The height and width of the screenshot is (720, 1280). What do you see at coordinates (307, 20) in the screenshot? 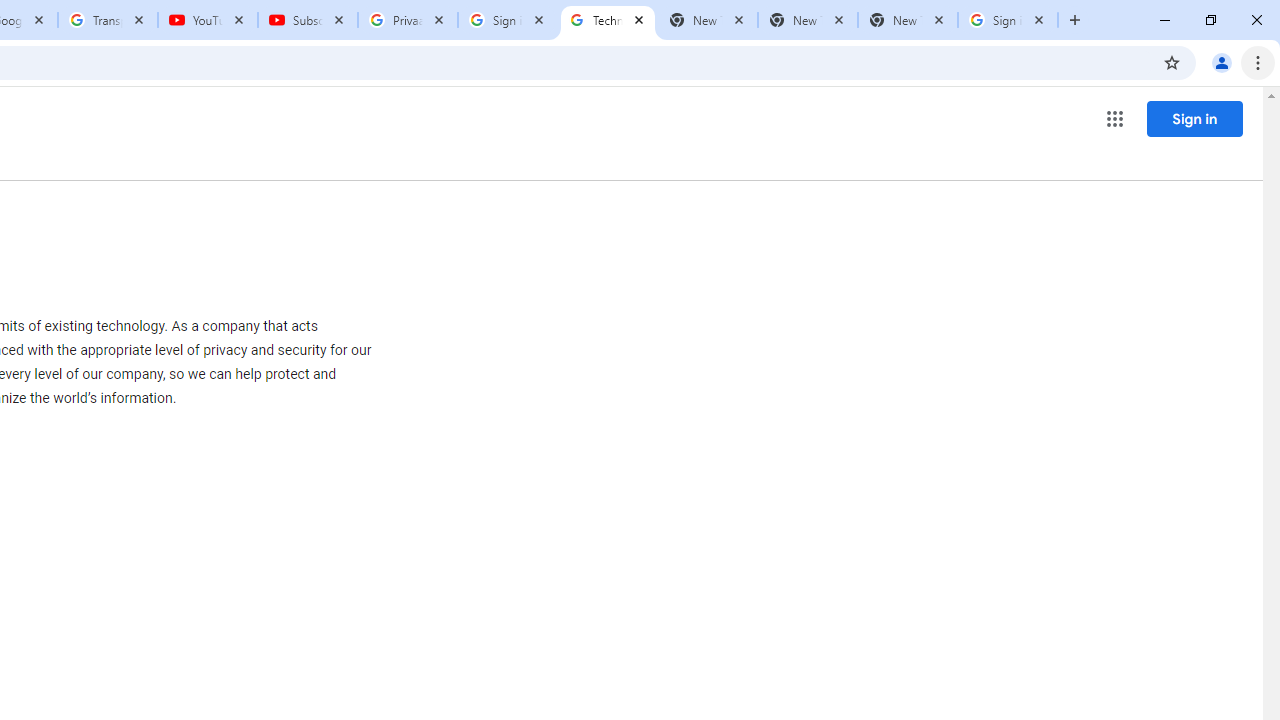
I see `'Subscriptions - YouTube'` at bounding box center [307, 20].